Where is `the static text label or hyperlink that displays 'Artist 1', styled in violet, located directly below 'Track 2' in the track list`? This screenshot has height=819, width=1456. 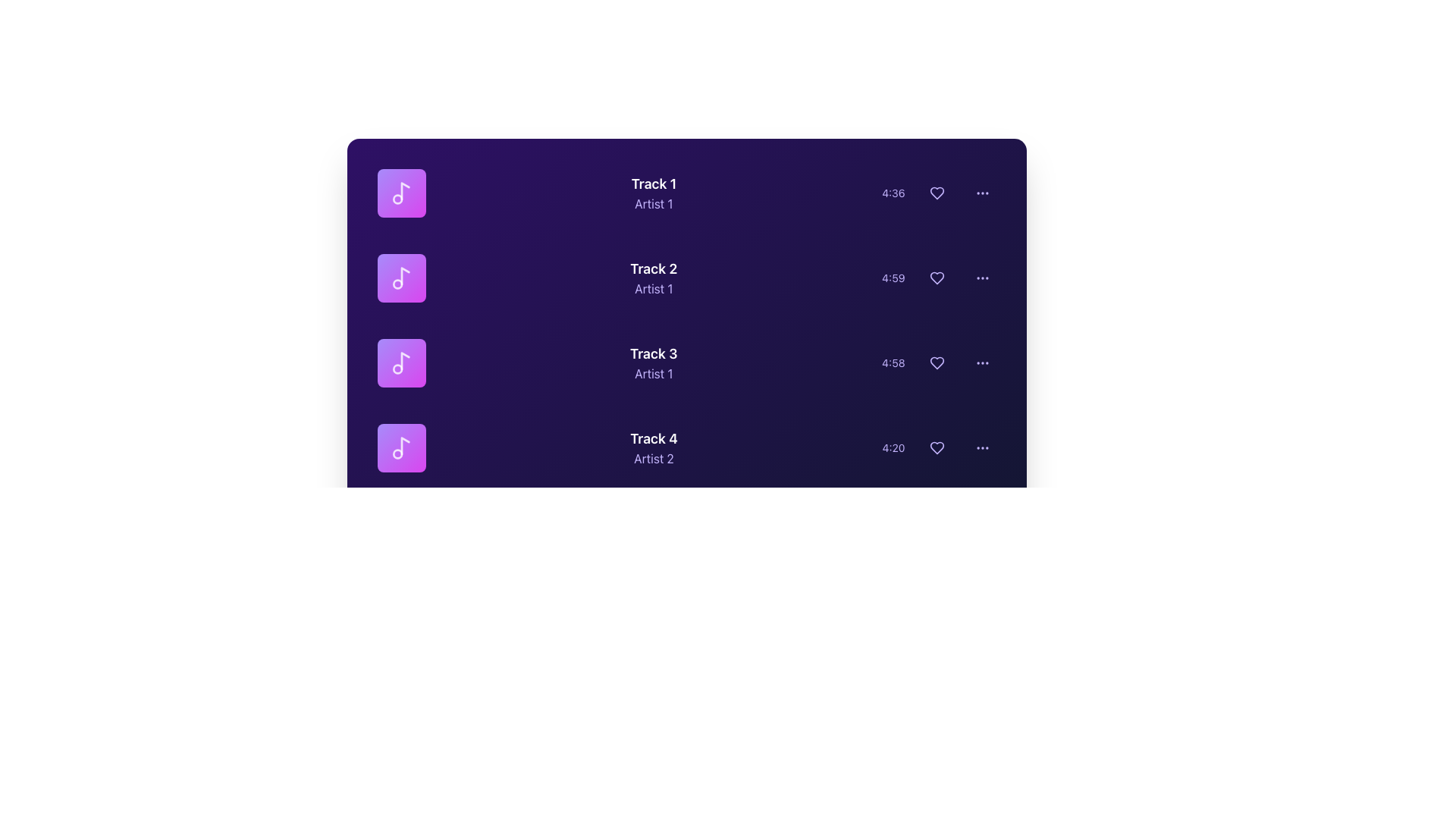
the static text label or hyperlink that displays 'Artist 1', styled in violet, located directly below 'Track 2' in the track list is located at coordinates (654, 289).